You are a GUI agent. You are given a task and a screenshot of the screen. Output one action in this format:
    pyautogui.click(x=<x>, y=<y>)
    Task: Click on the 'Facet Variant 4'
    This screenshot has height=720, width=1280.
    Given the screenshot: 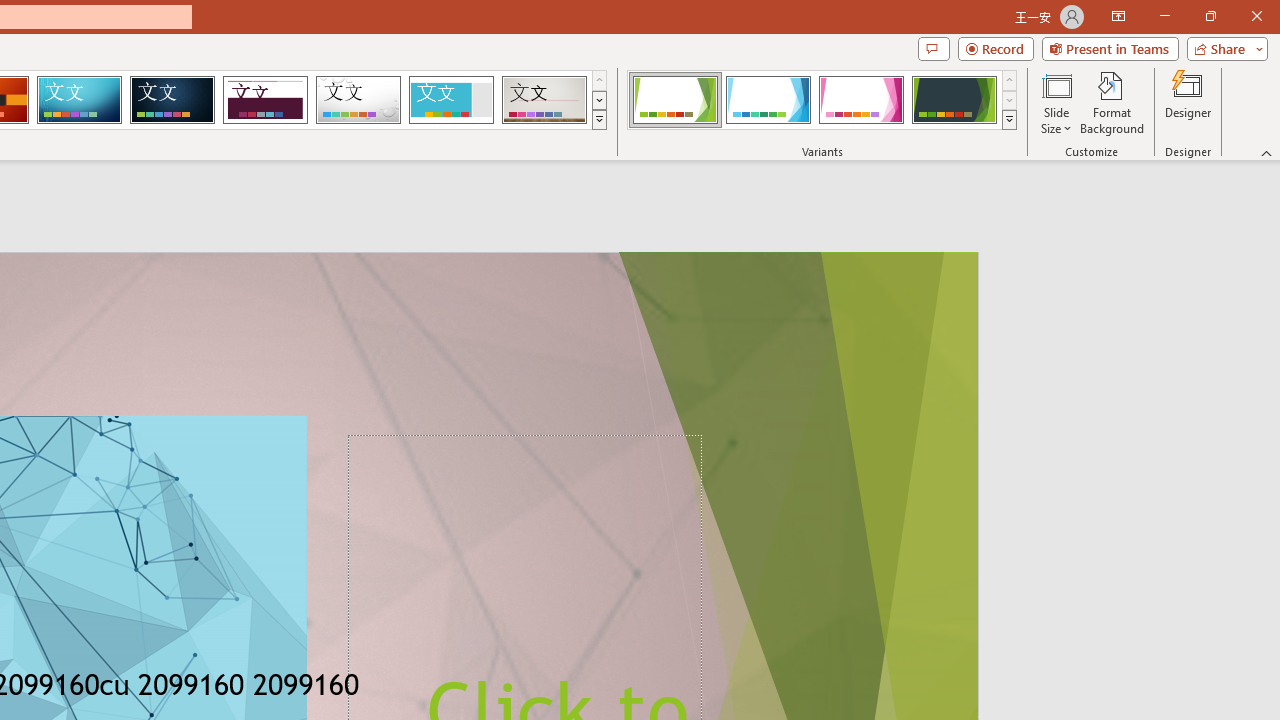 What is the action you would take?
    pyautogui.click(x=953, y=100)
    